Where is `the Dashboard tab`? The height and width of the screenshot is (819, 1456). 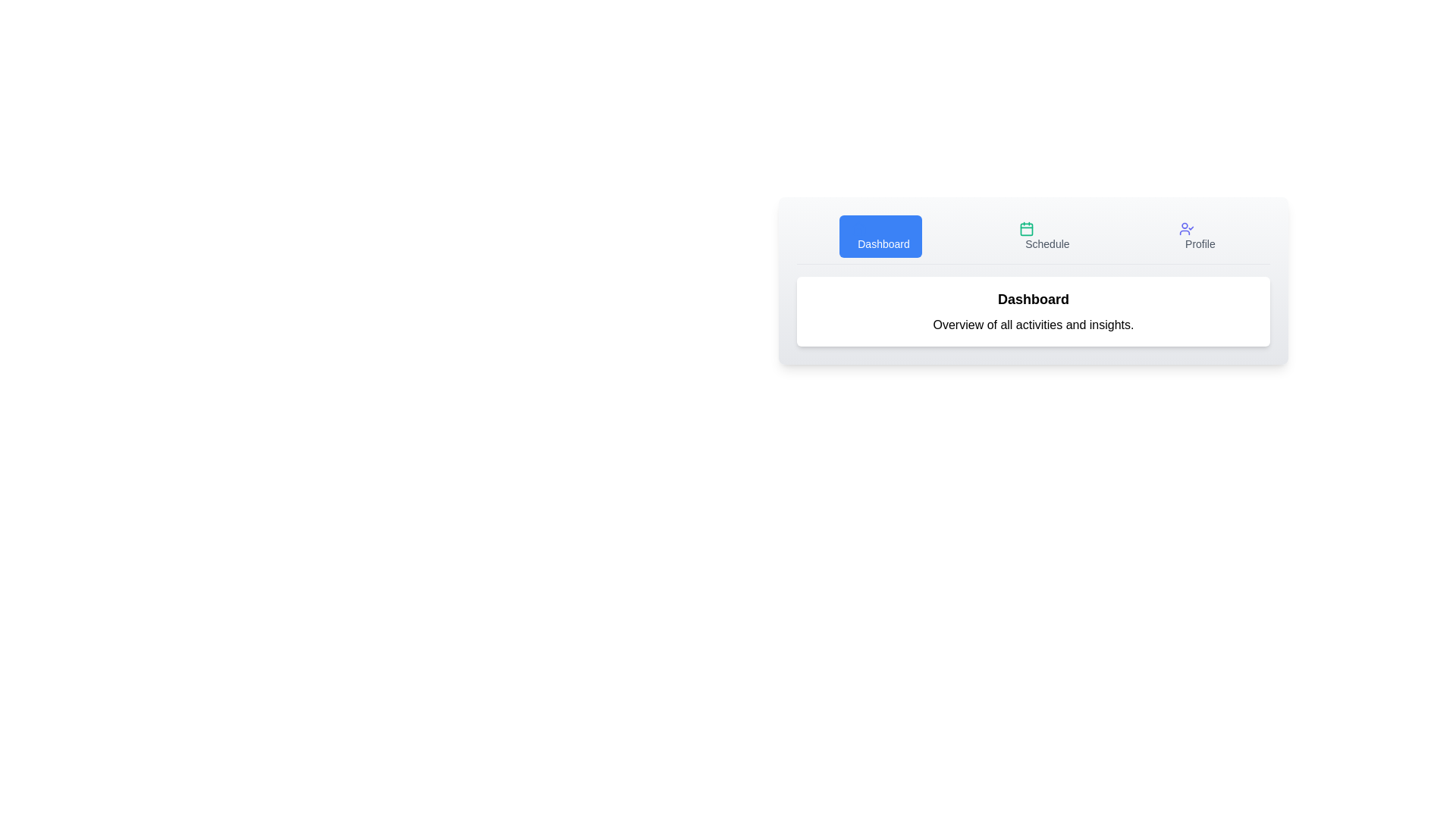
the Dashboard tab is located at coordinates (880, 237).